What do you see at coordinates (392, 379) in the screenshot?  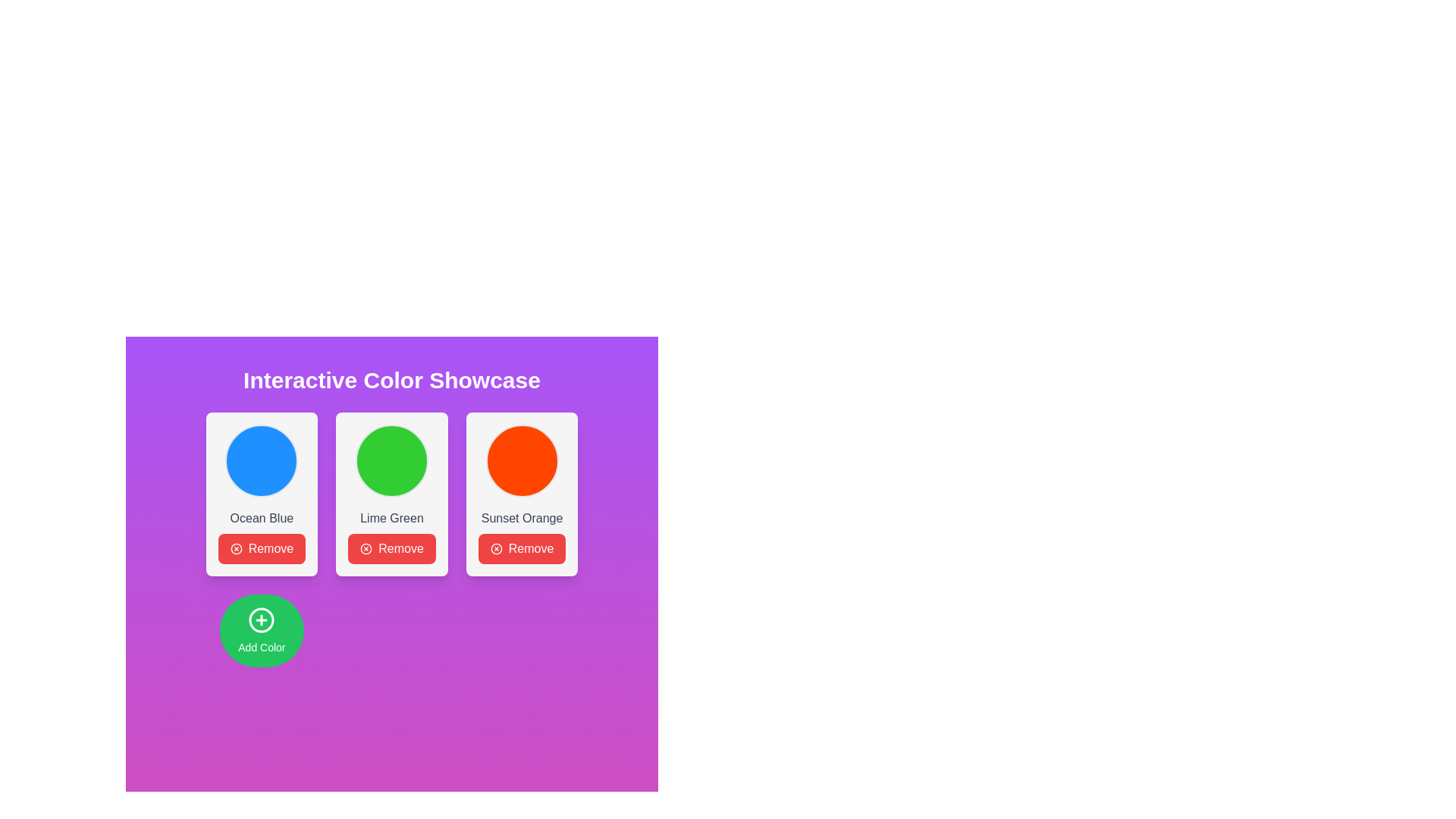 I see `the text header that reads 'Interactive Color Showcase', which is displayed in a bold, large font and is centrally aligned above a grid of colored cards` at bounding box center [392, 379].